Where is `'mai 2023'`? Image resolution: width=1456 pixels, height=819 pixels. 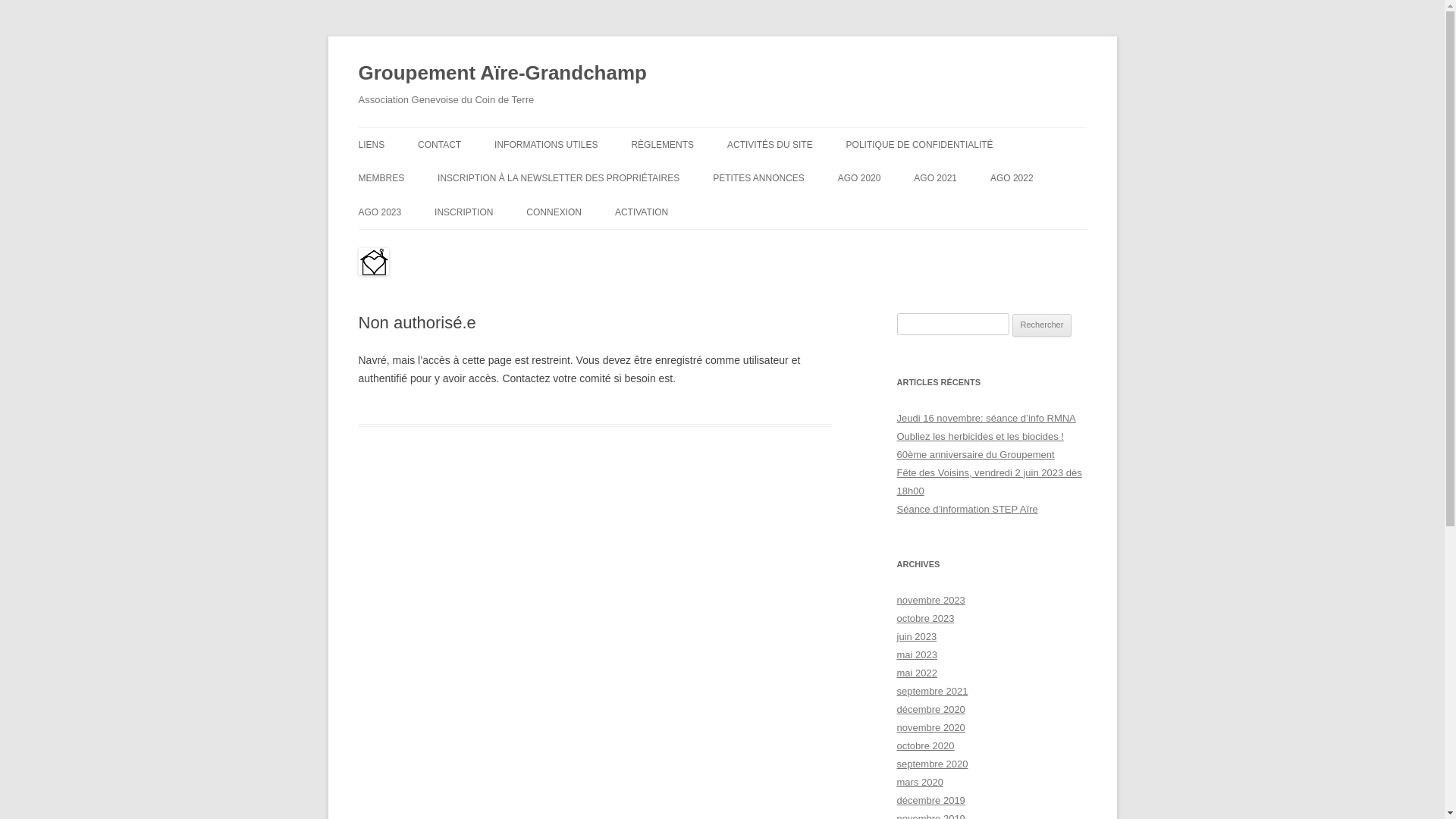 'mai 2023' is located at coordinates (915, 654).